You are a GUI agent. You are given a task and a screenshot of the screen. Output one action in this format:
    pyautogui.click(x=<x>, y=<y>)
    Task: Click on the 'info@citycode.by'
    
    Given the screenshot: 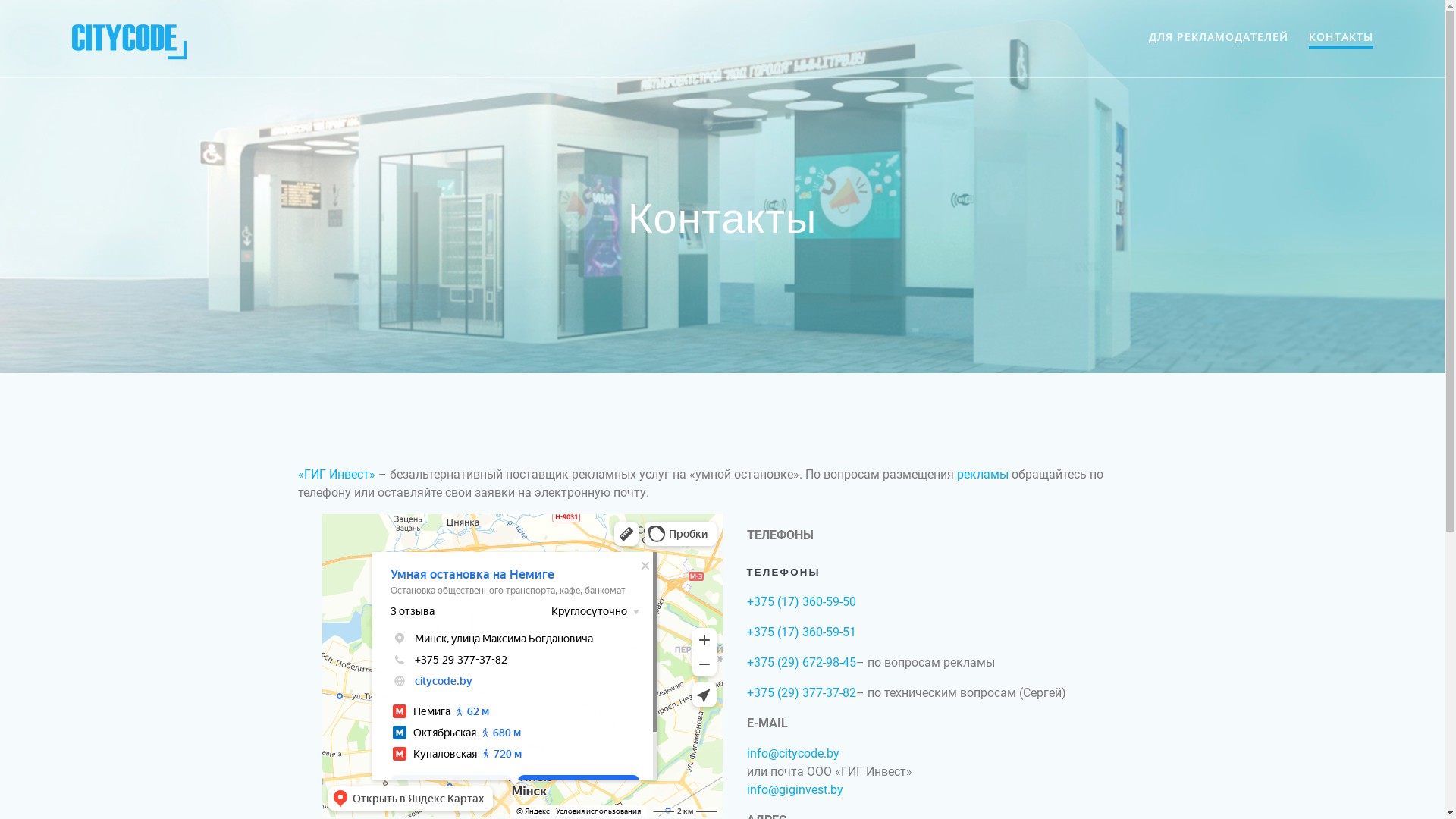 What is the action you would take?
    pyautogui.click(x=792, y=753)
    